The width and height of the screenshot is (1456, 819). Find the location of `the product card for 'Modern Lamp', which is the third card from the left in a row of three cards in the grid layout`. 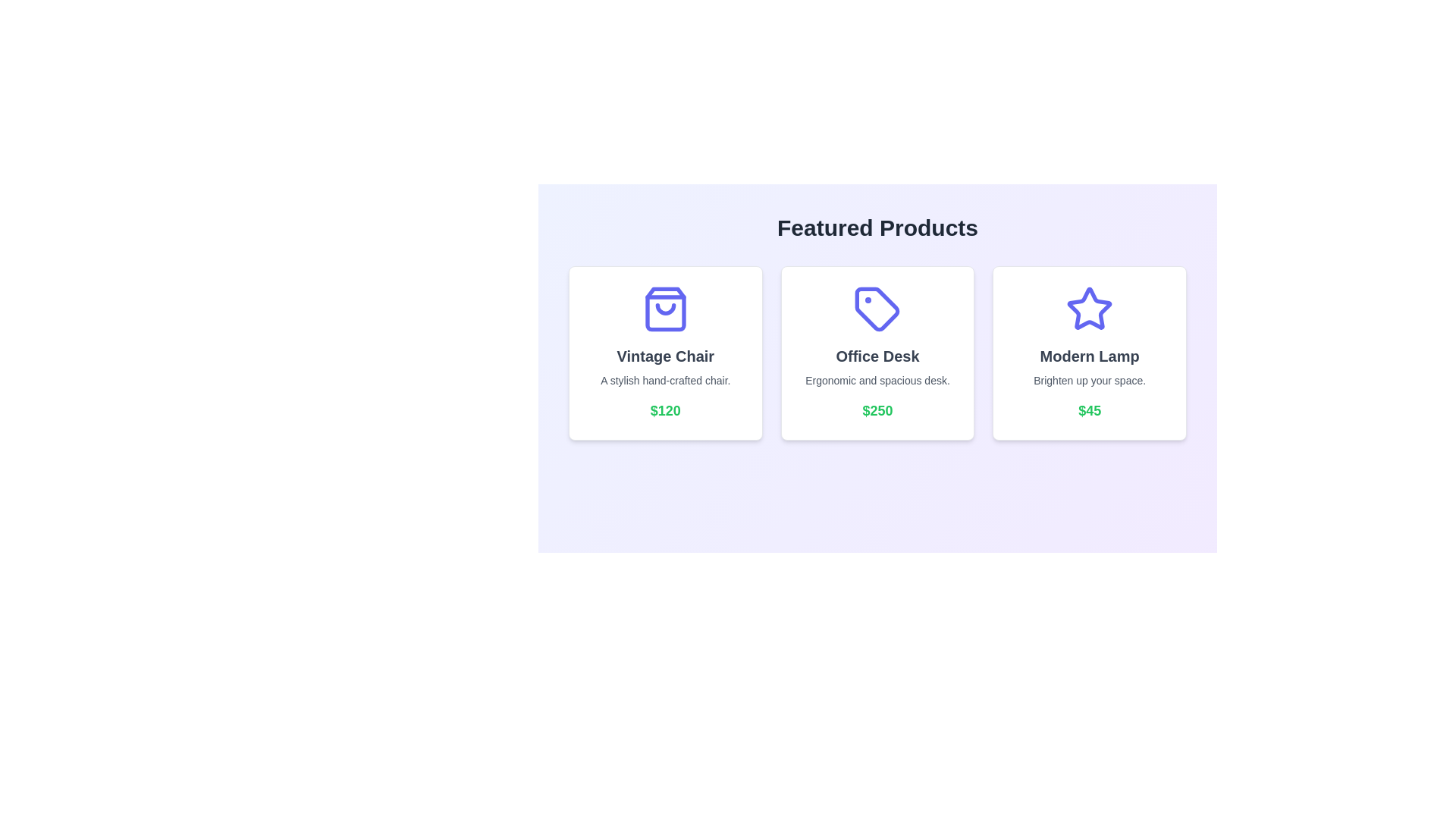

the product card for 'Modern Lamp', which is the third card from the left in a row of three cards in the grid layout is located at coordinates (1089, 353).